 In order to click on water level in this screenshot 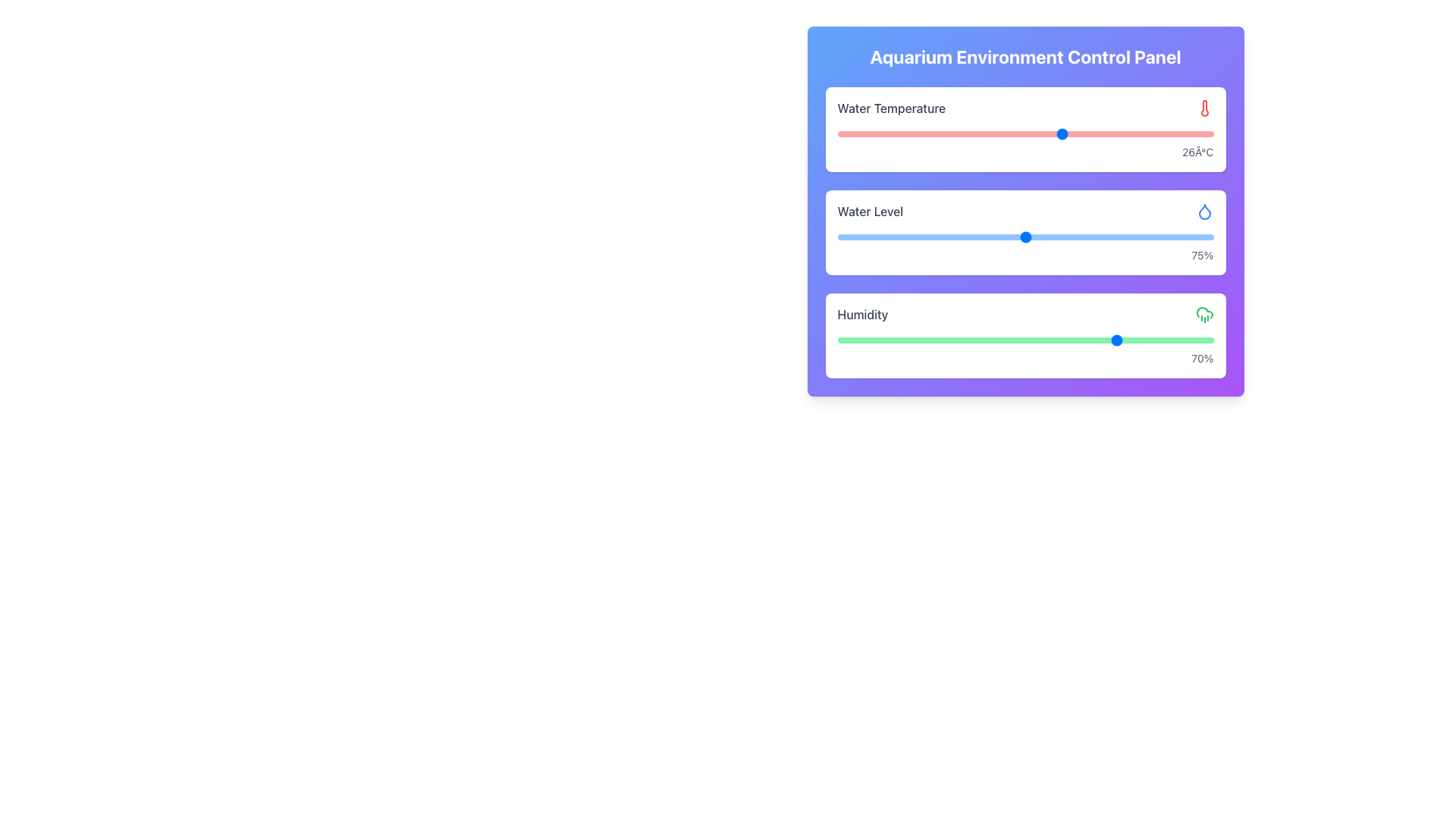, I will do `click(1055, 237)`.